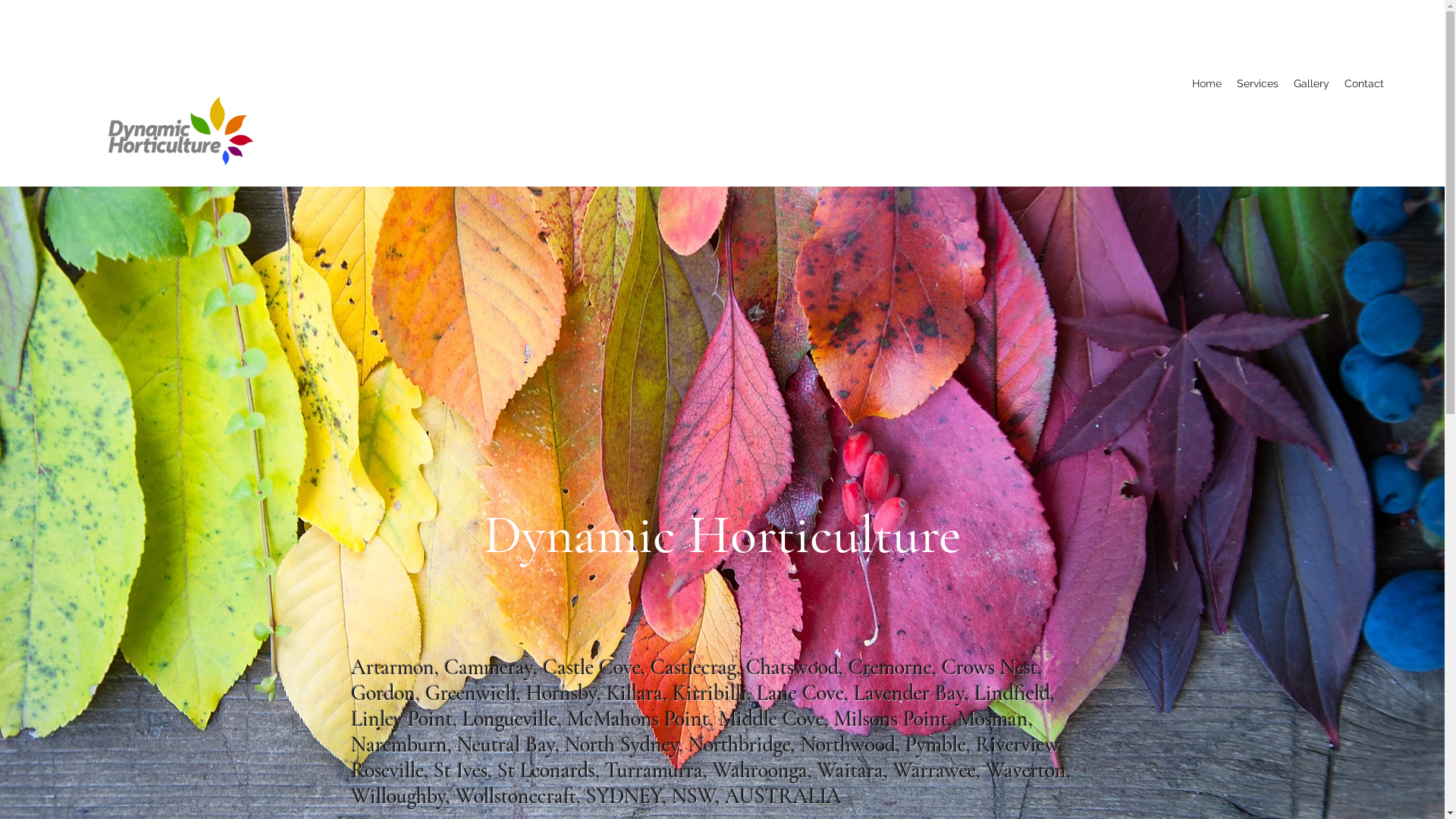 This screenshot has width=1456, height=819. What do you see at coordinates (1364, 83) in the screenshot?
I see `'Contact'` at bounding box center [1364, 83].